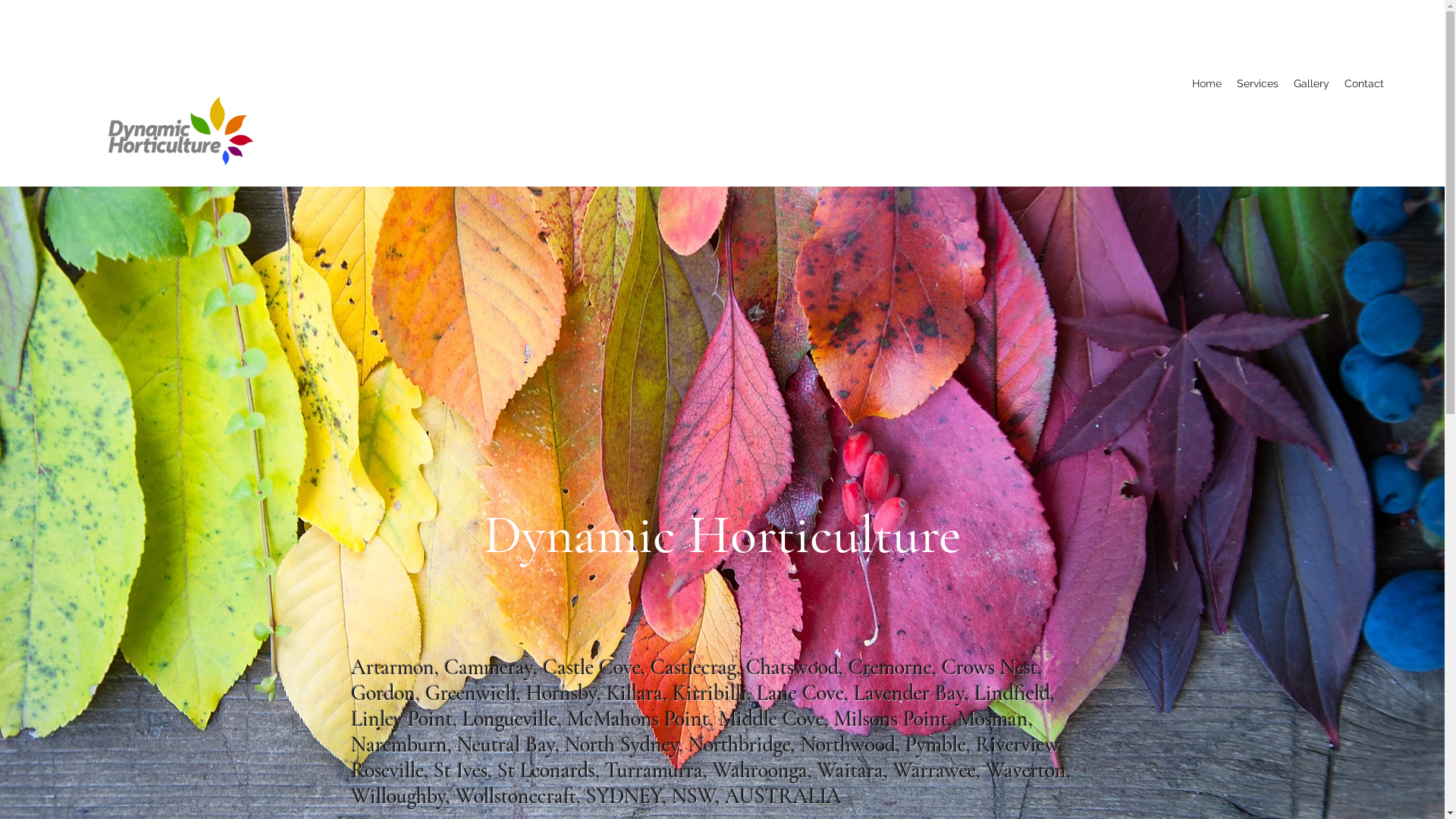 This screenshot has width=1456, height=819. What do you see at coordinates (1364, 83) in the screenshot?
I see `'Contact'` at bounding box center [1364, 83].